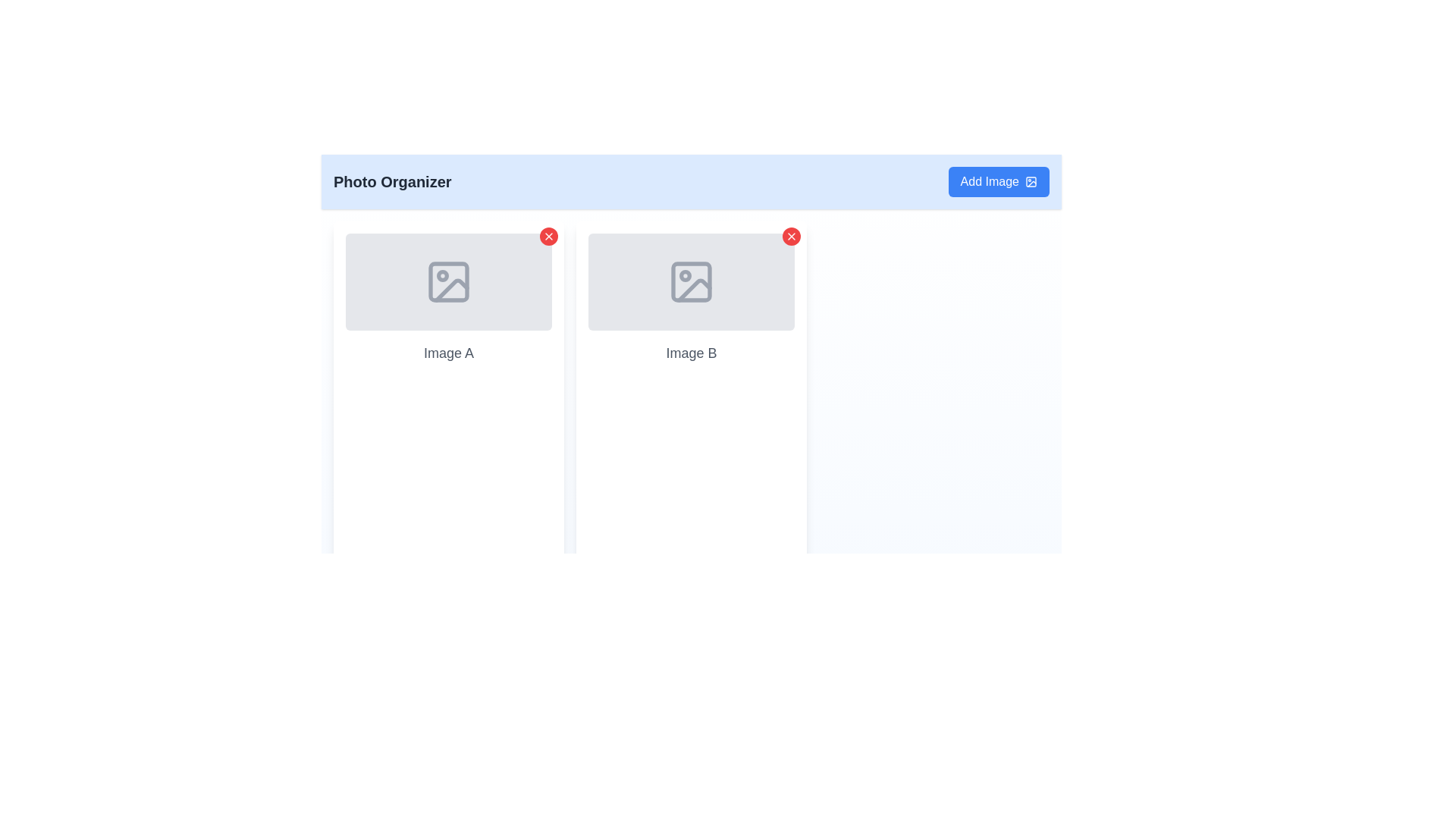 This screenshot has width=1456, height=819. What do you see at coordinates (691, 353) in the screenshot?
I see `the Text Label displaying 'Image B', which is located below the image placeholder in the second column of the photo organizer interface` at bounding box center [691, 353].